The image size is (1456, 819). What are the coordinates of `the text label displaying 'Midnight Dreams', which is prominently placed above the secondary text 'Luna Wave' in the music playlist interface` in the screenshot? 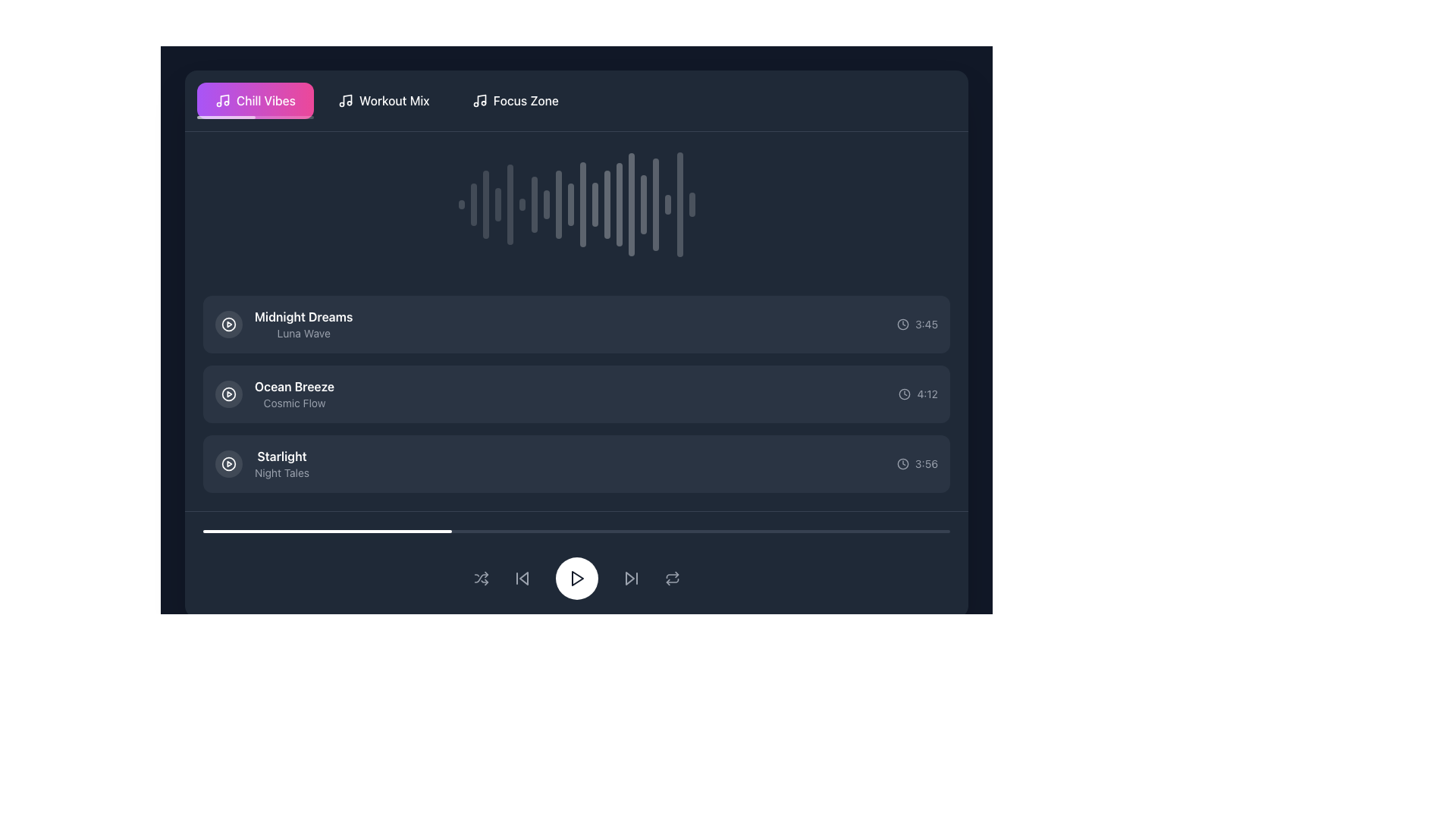 It's located at (303, 315).